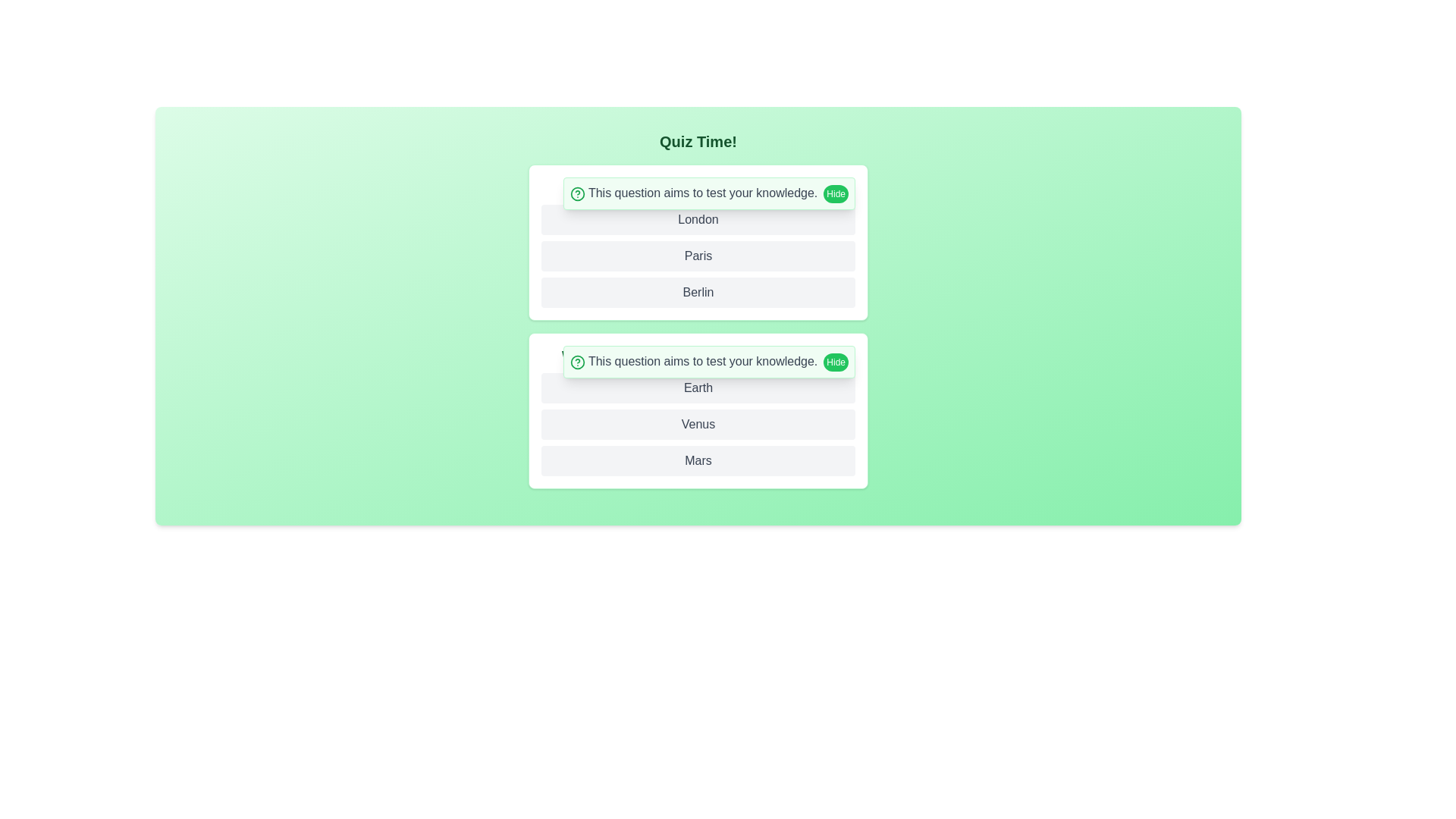  Describe the element at coordinates (835, 362) in the screenshot. I see `the button located at the top-right corner of the quiz question block, immediately following the text 'This question aims to test your knowledge.' to observe style changes` at that location.